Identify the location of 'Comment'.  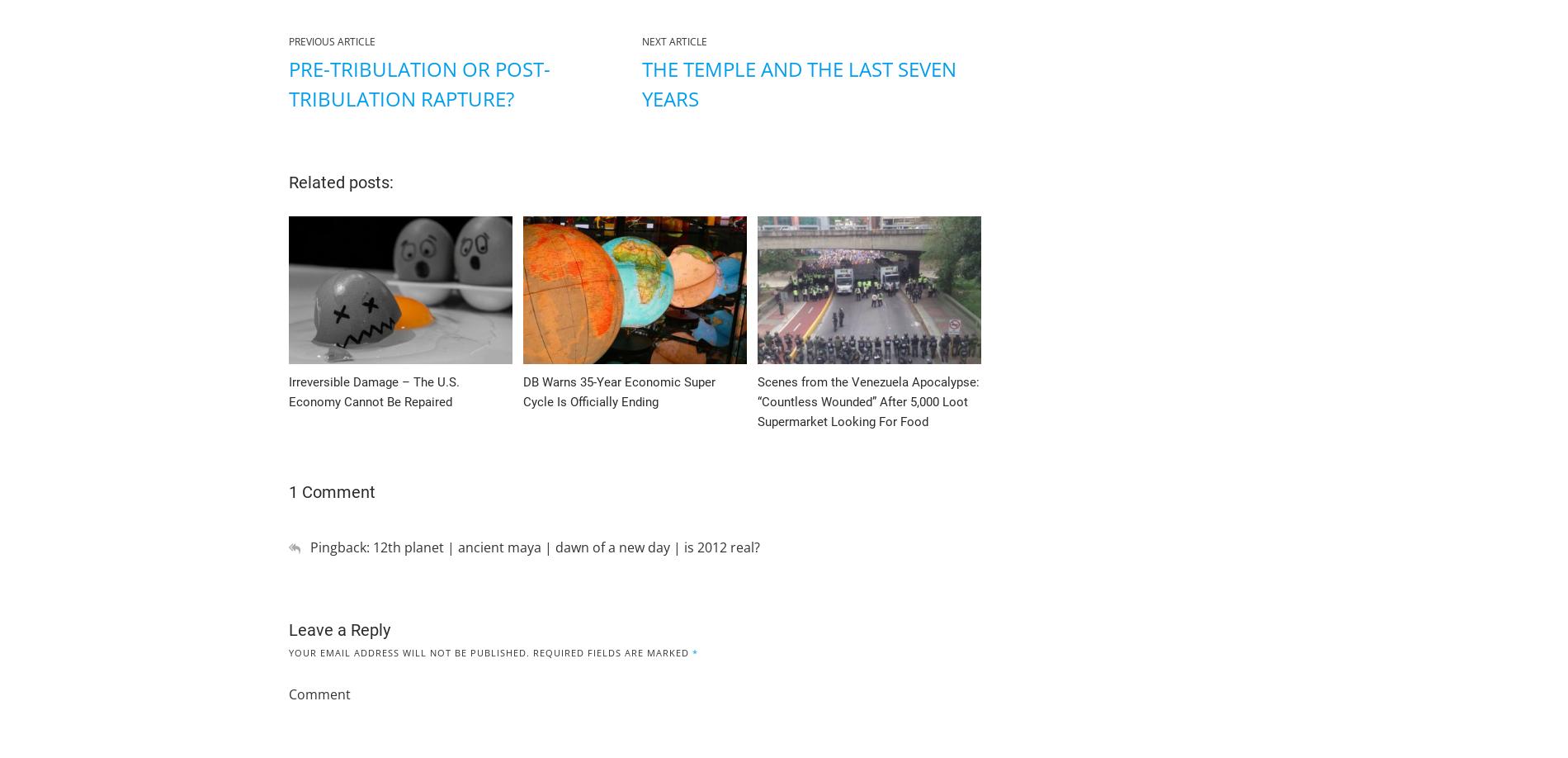
(319, 693).